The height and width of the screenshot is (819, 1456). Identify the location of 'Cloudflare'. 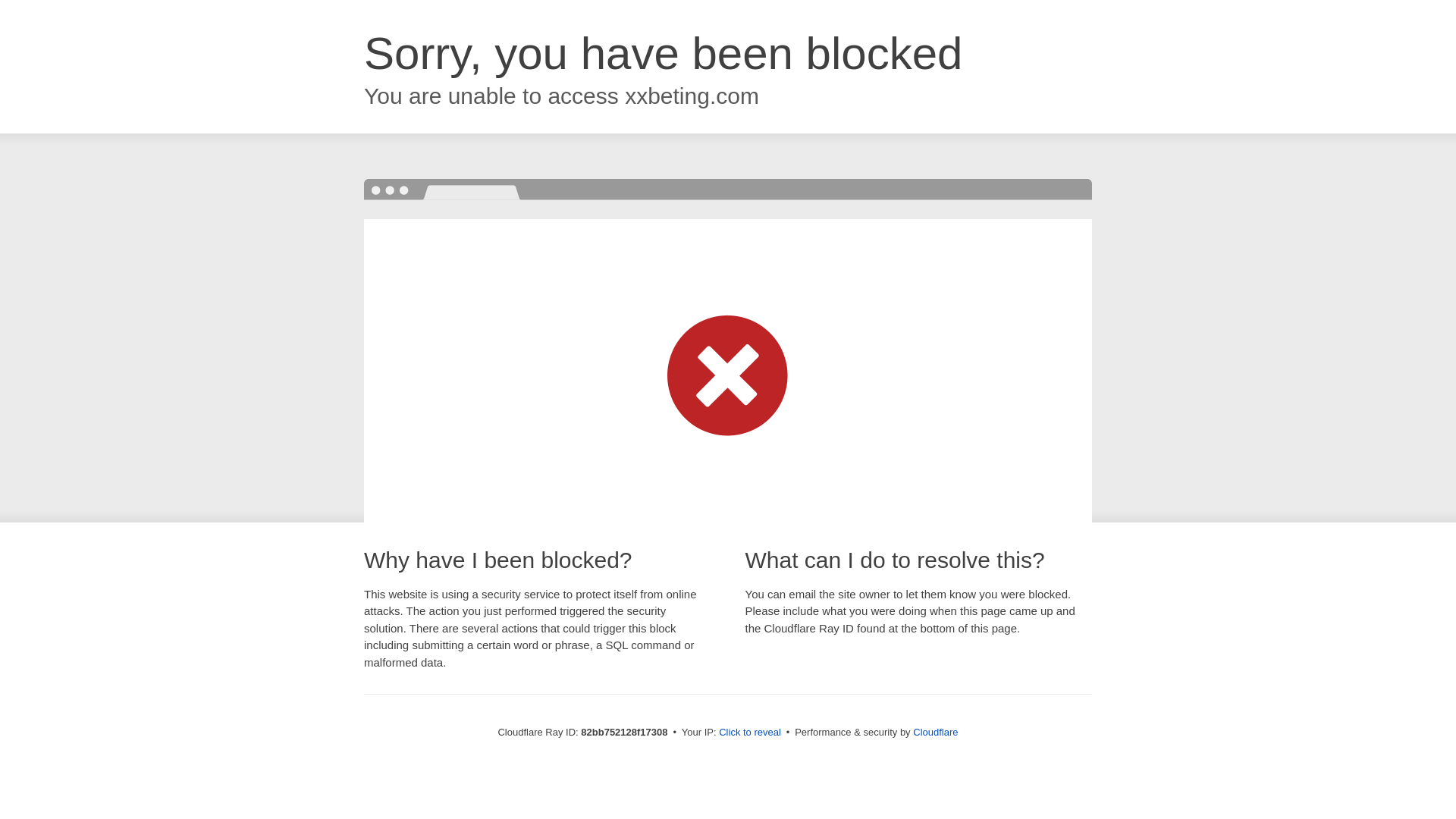
(934, 731).